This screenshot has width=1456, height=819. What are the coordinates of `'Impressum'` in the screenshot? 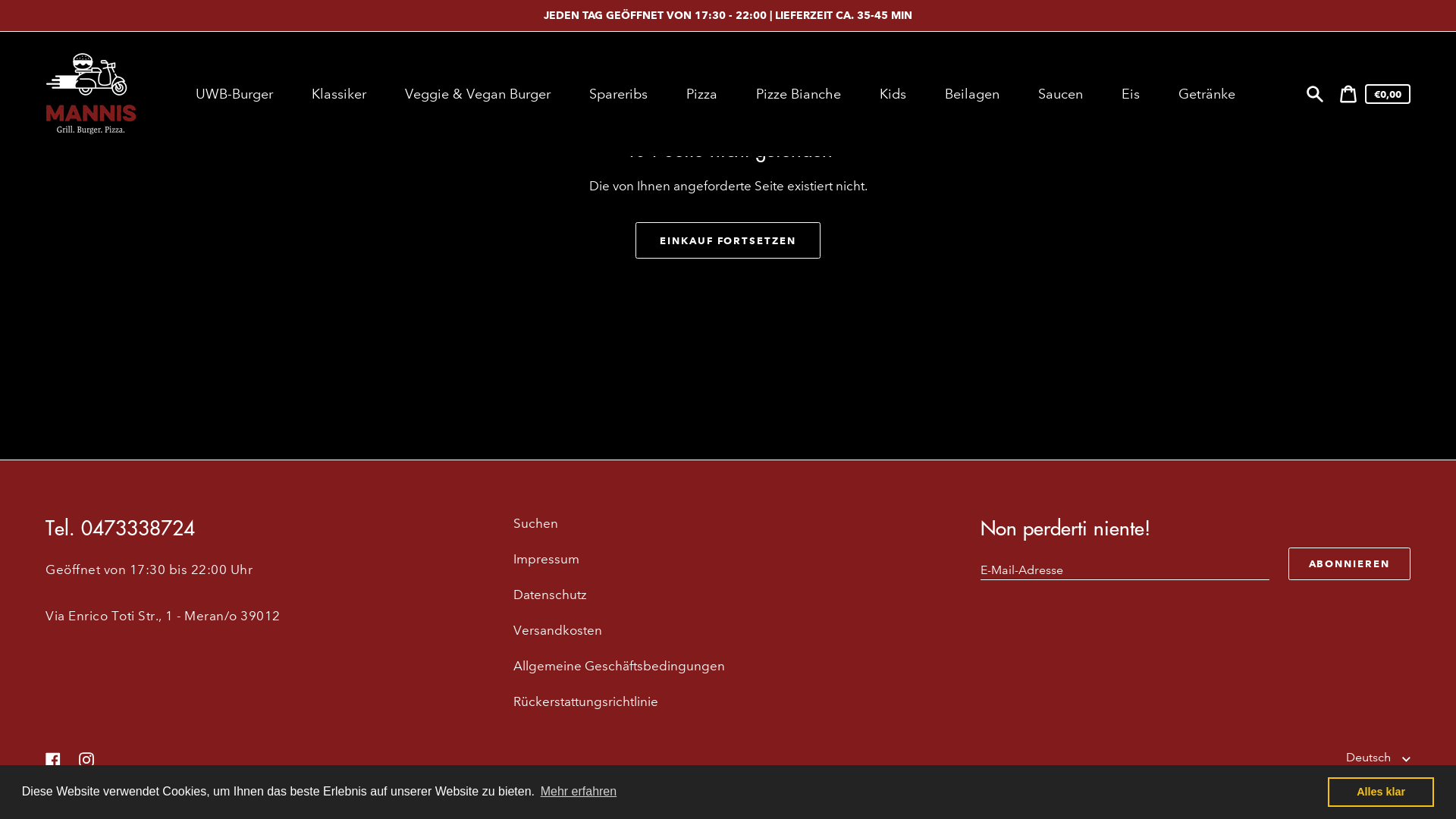 It's located at (546, 559).